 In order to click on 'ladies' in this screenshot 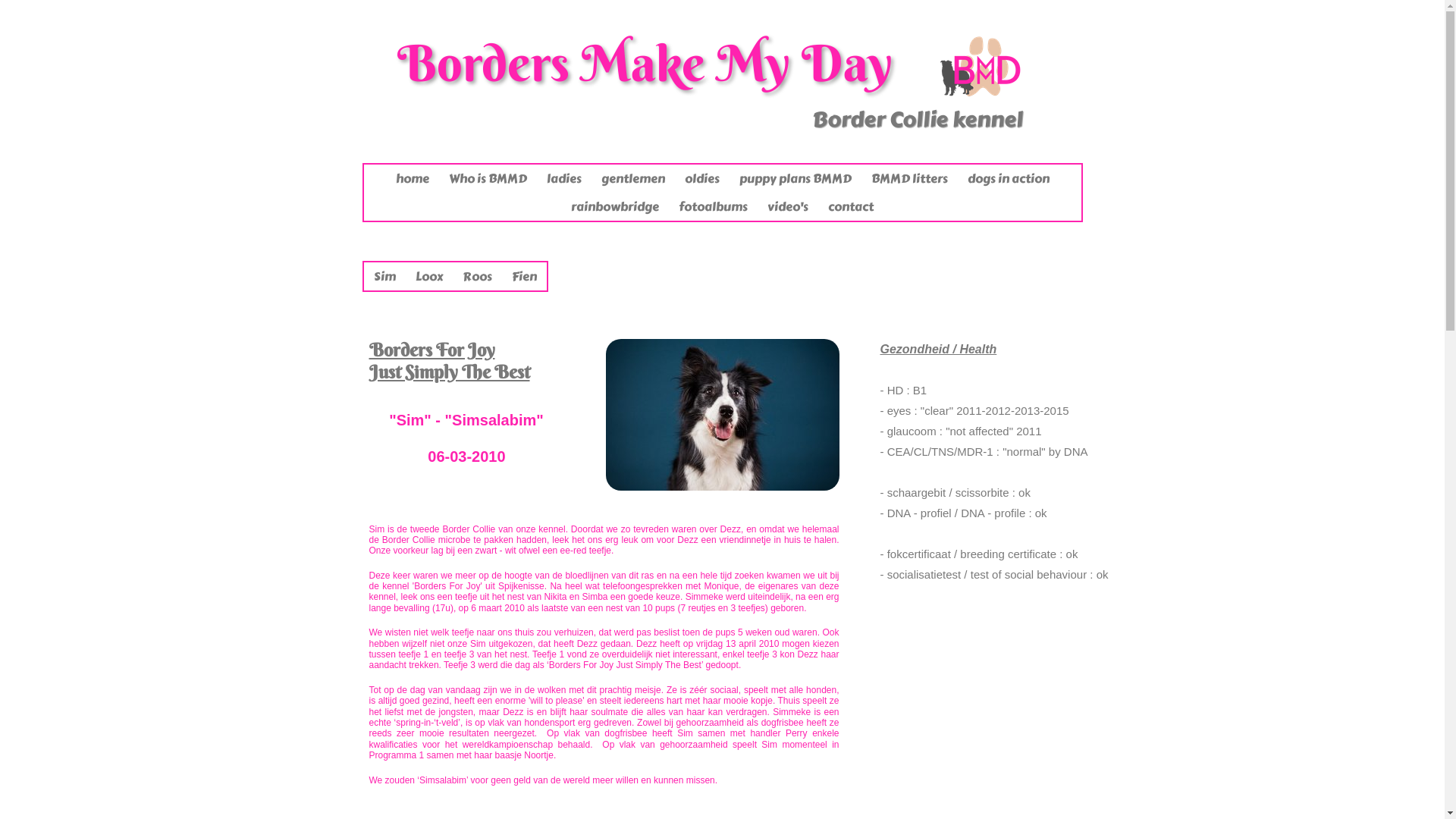, I will do `click(537, 177)`.